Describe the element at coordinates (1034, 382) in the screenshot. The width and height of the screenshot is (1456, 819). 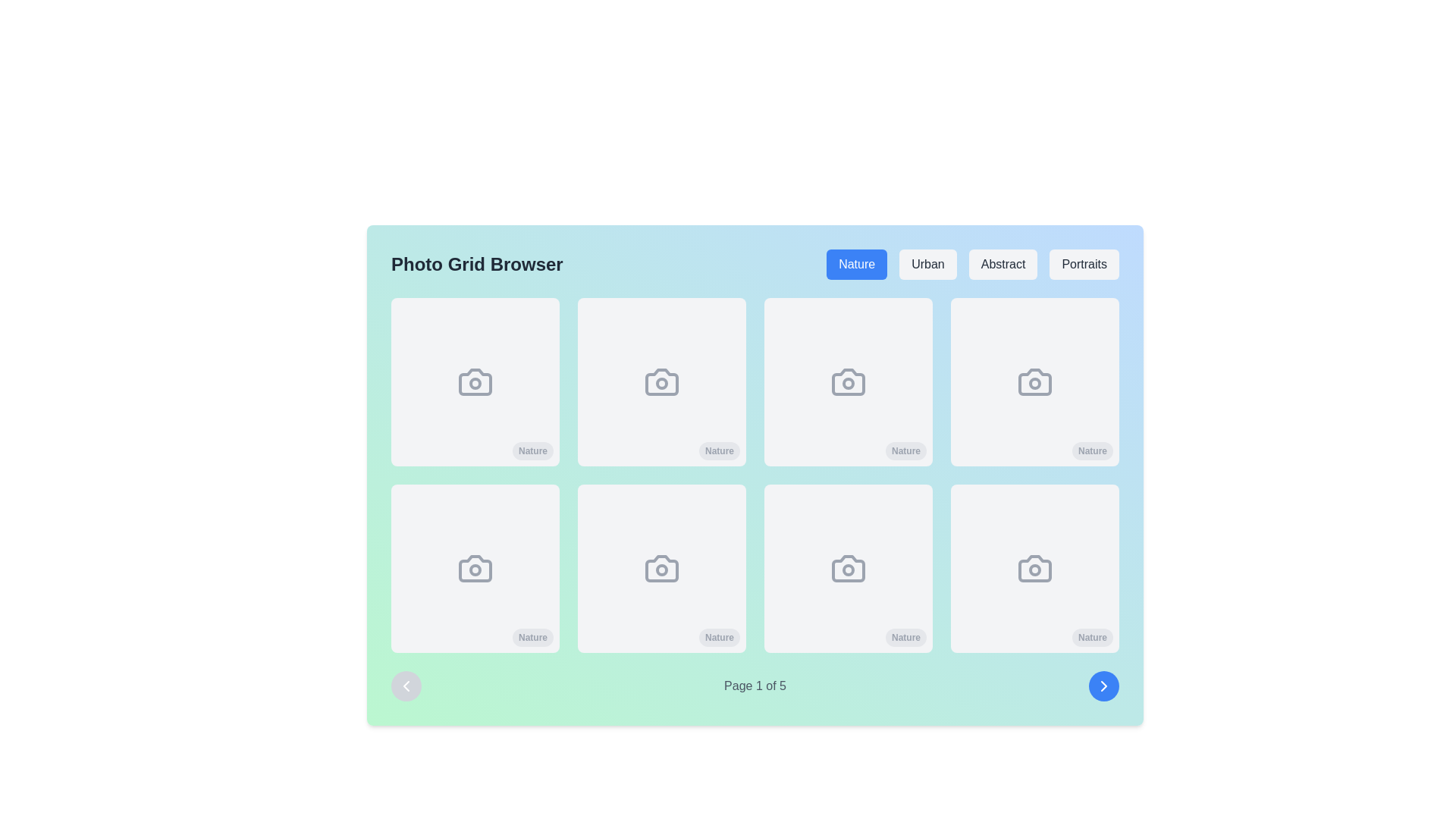
I see `the small circular SVG element that represents a part of a camera icon located in a grid of image placeholders, specifically the fourth item in the first row` at that location.